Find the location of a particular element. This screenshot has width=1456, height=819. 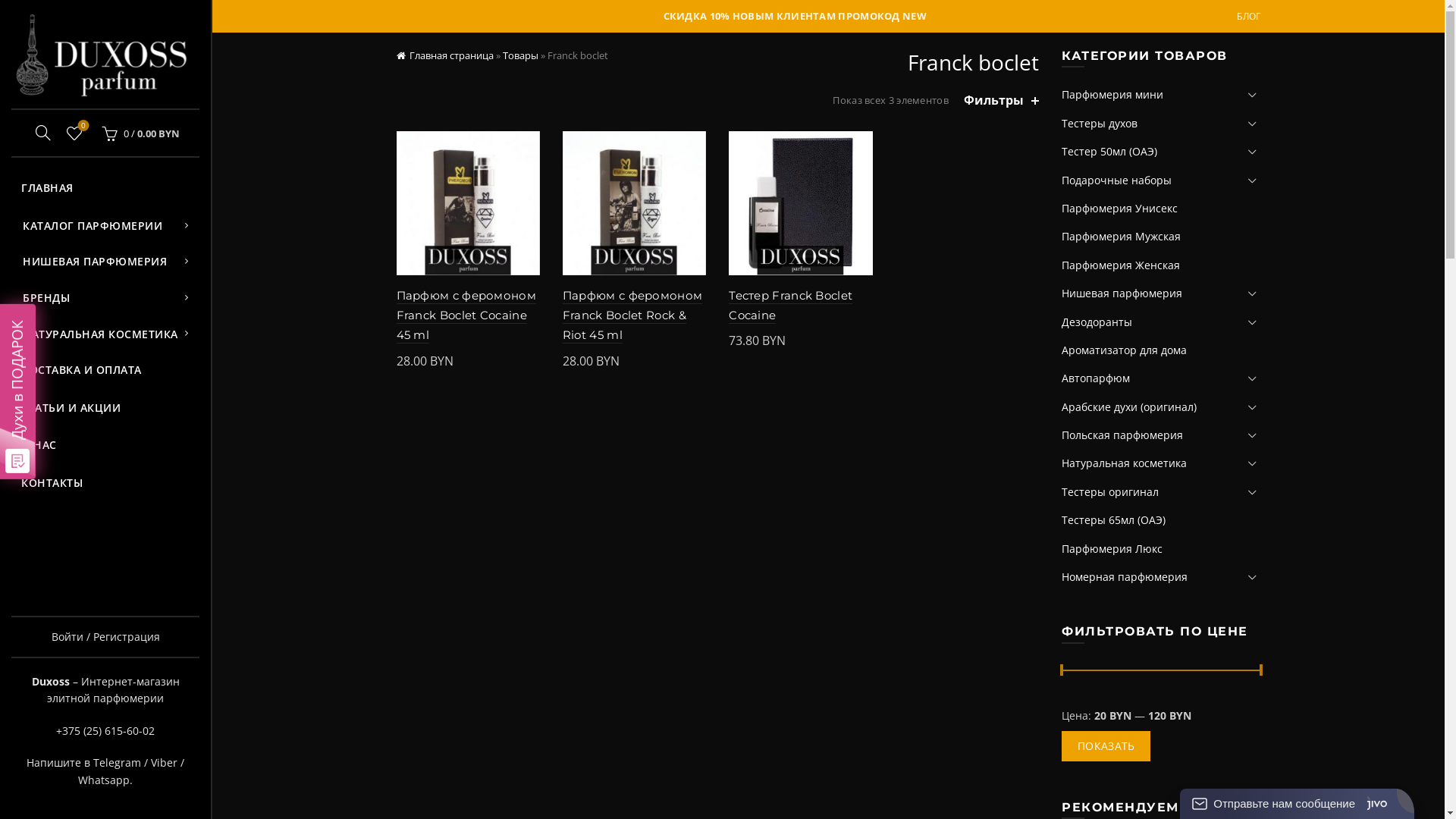

'+375 (25) 615-60-02' is located at coordinates (105, 730).